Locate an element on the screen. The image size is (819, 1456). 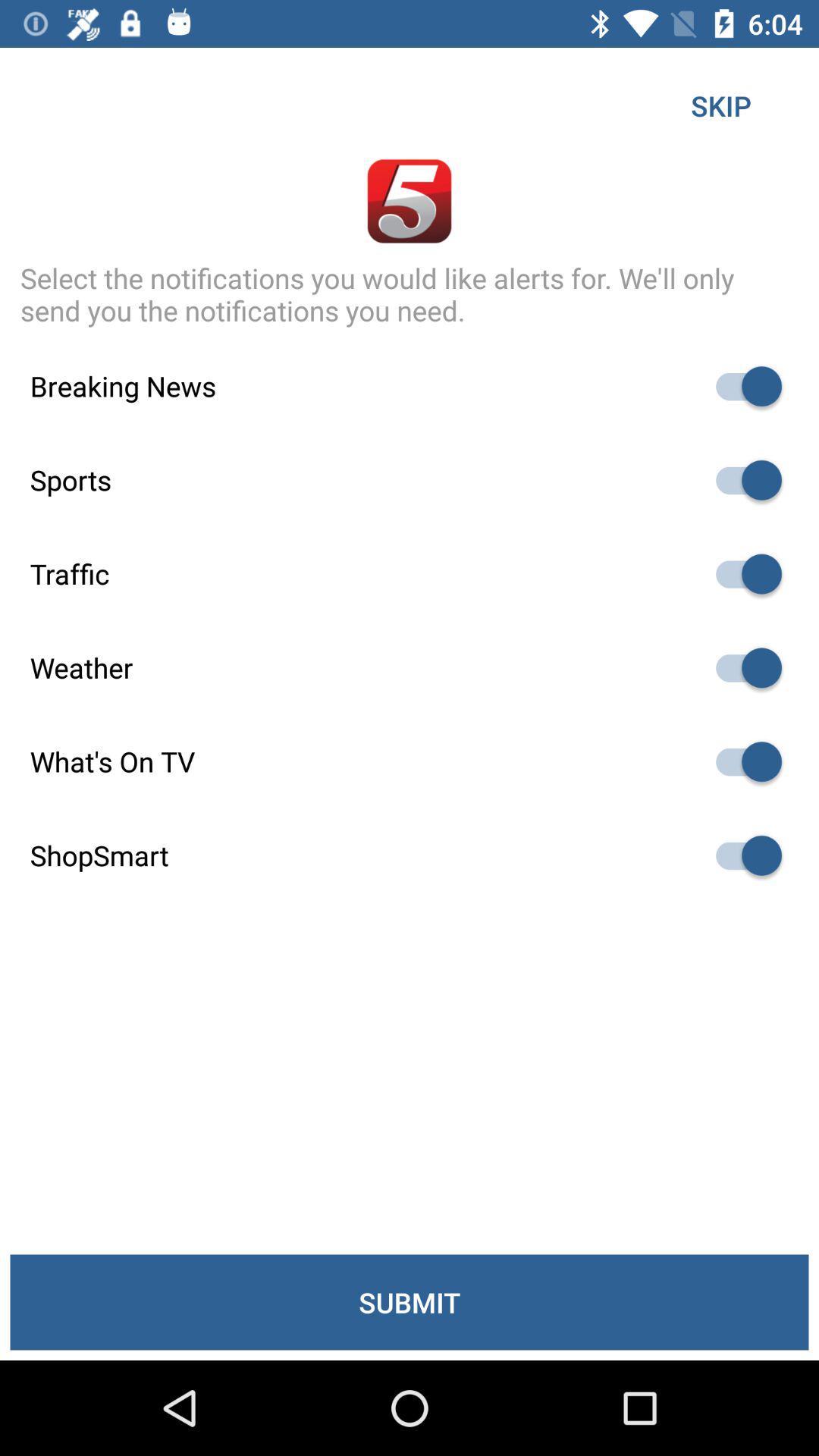
the icon above the select the notifications item is located at coordinates (720, 105).